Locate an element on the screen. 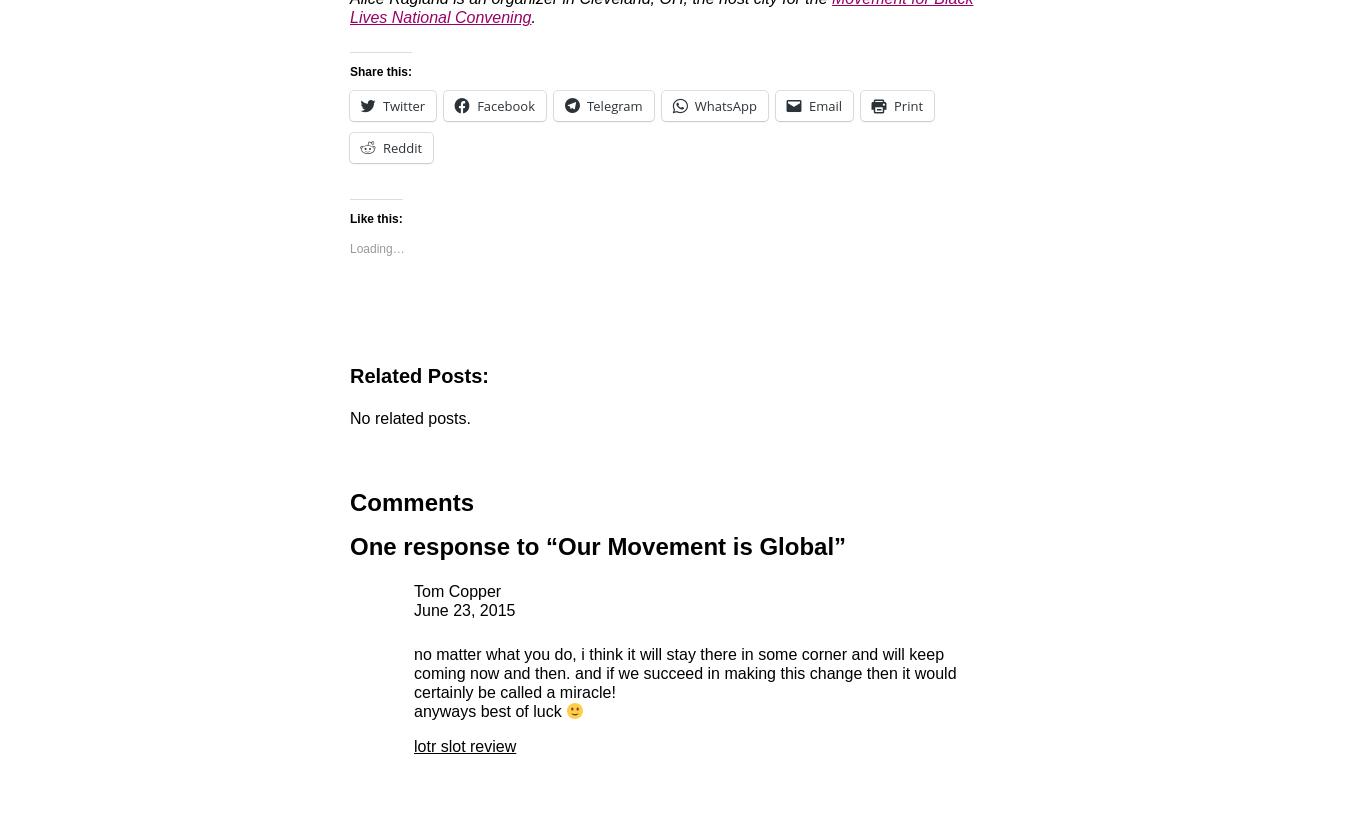 Image resolution: width=1350 pixels, height=817 pixels. 'lotr slot review' is located at coordinates (463, 746).